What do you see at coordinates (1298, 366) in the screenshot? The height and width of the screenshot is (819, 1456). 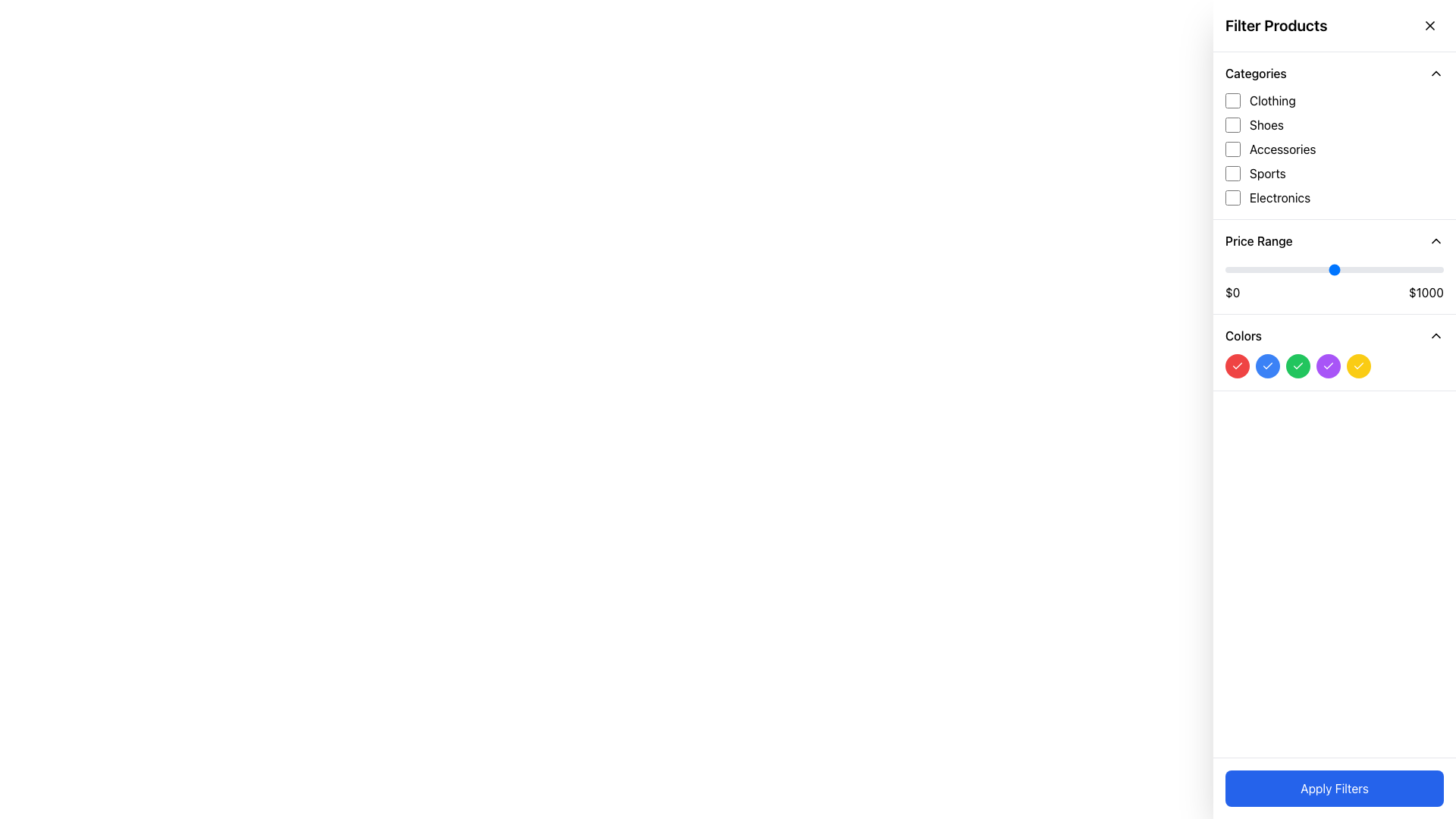 I see `the green circular button with the color filter option, which contains a checkmark indicating that the green color filter is currently selected` at bounding box center [1298, 366].